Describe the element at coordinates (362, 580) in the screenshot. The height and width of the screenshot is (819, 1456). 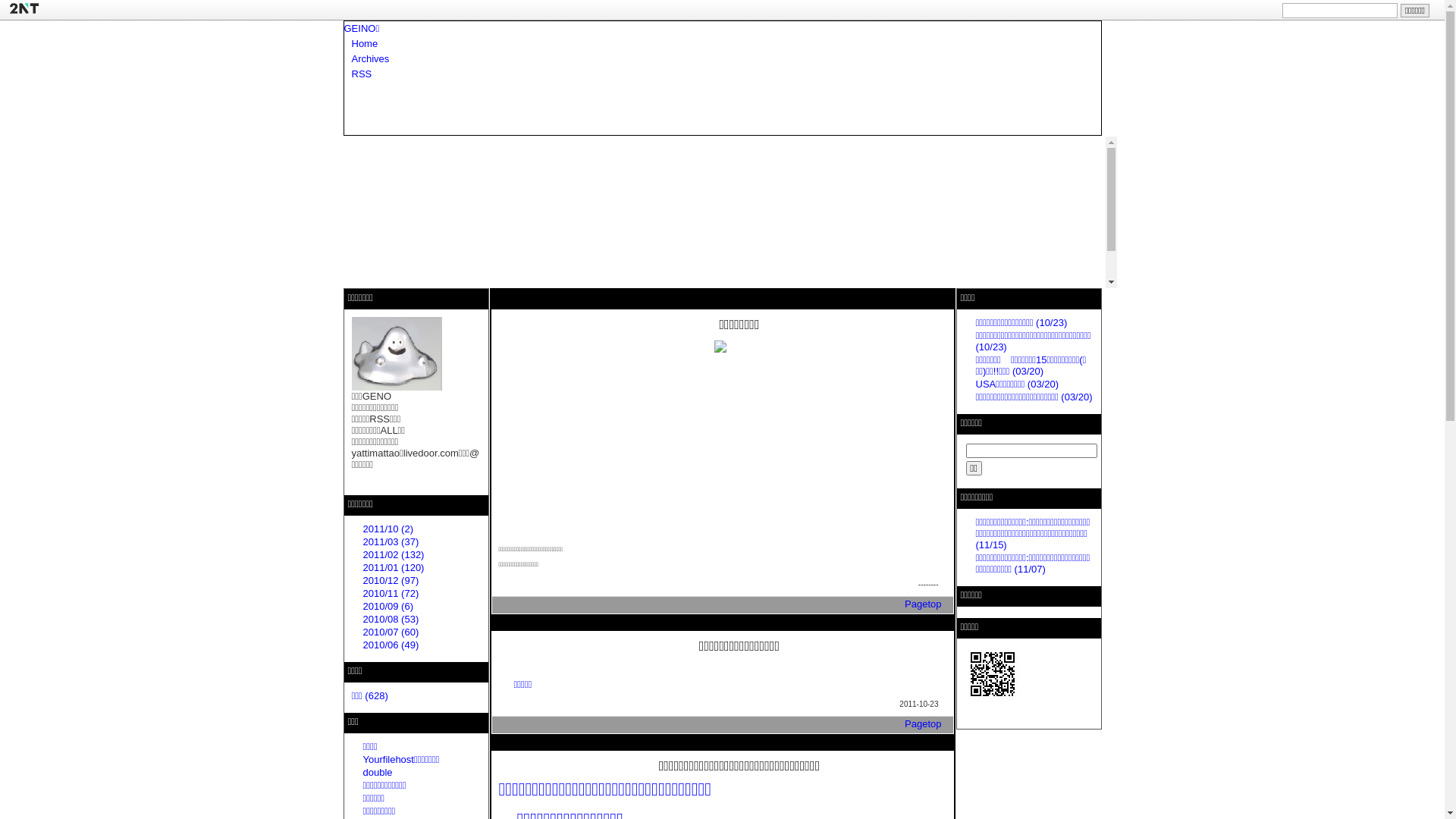
I see `'2010/12 (97)'` at that location.